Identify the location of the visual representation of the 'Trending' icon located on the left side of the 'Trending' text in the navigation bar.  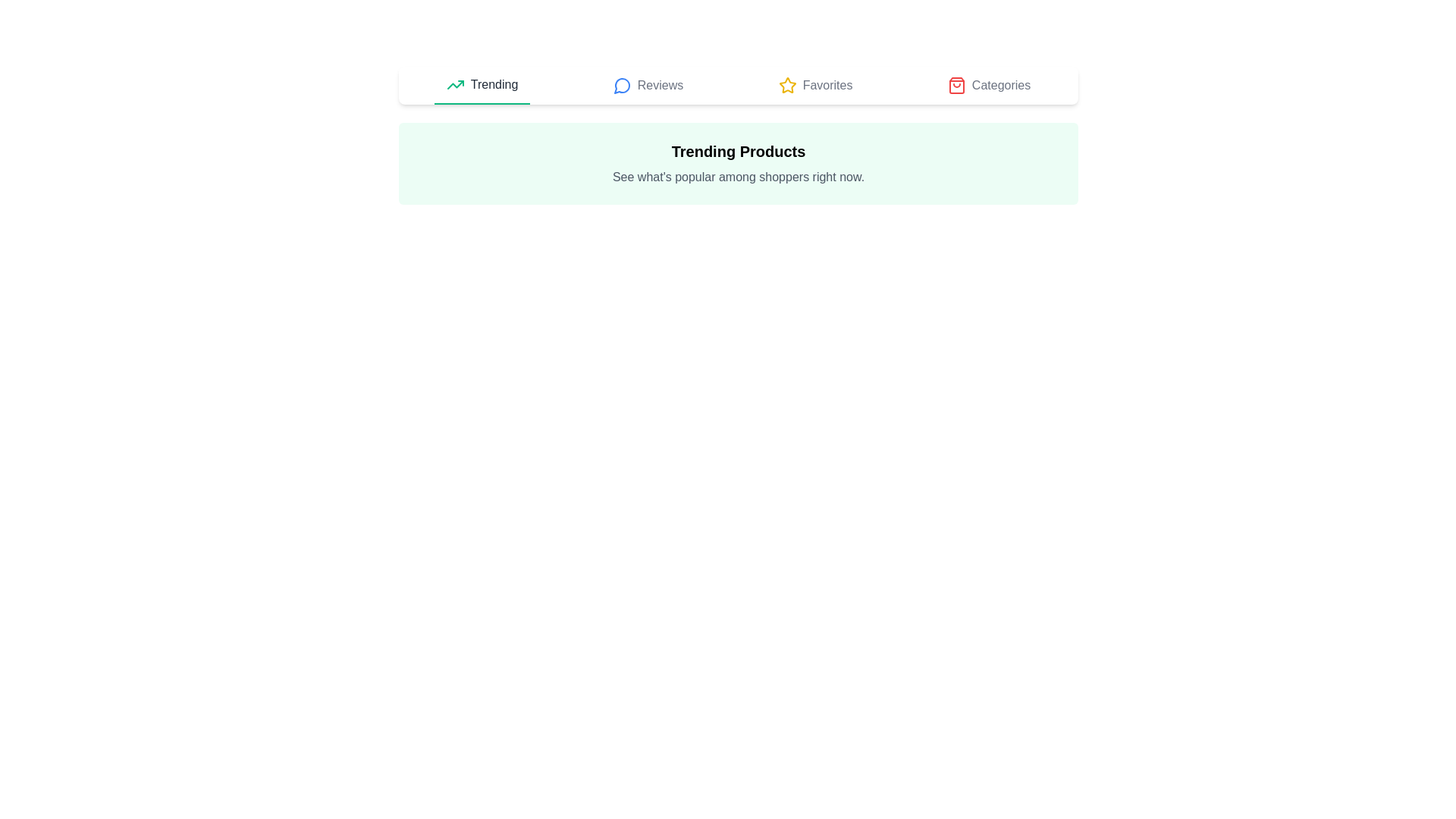
(454, 84).